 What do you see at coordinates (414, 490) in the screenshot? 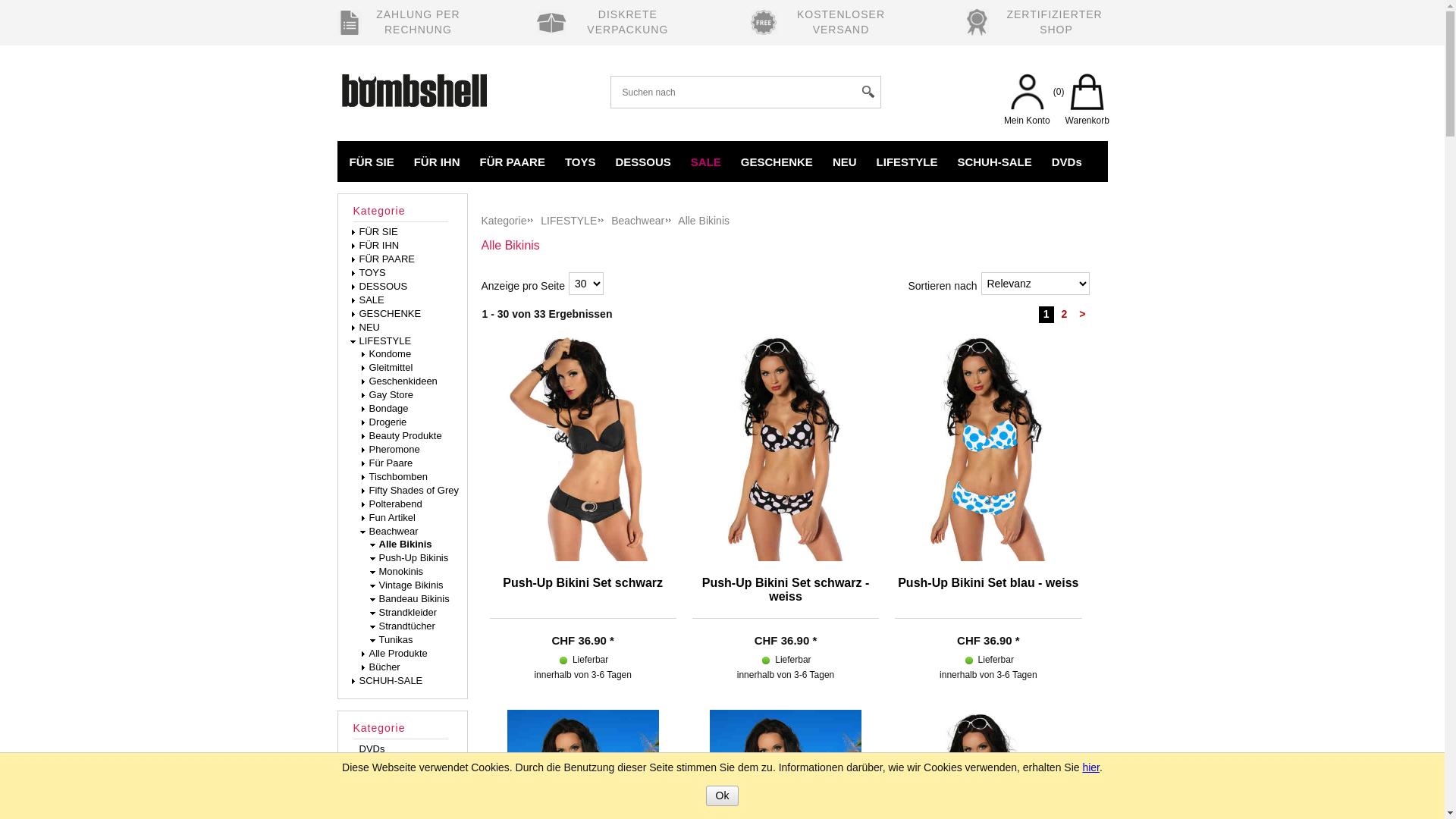
I see `' Fifty Shades of Grey'` at bounding box center [414, 490].